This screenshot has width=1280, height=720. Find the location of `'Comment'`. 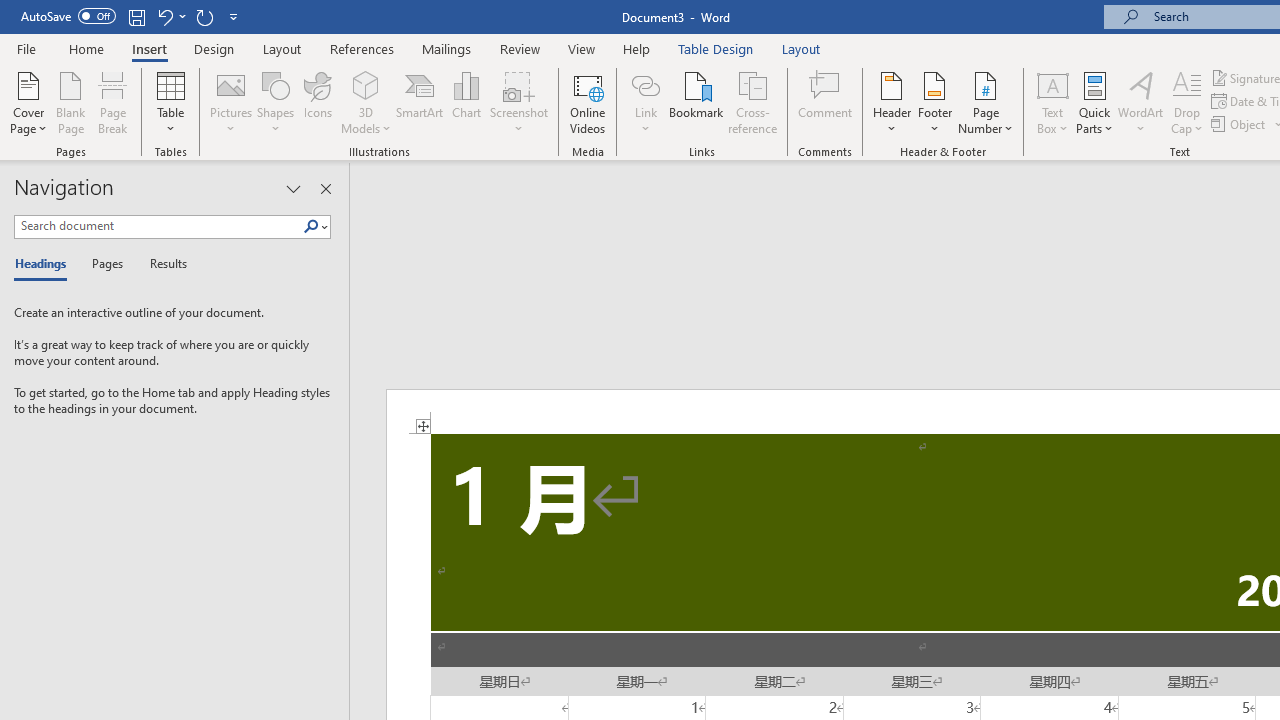

'Comment' is located at coordinates (825, 103).